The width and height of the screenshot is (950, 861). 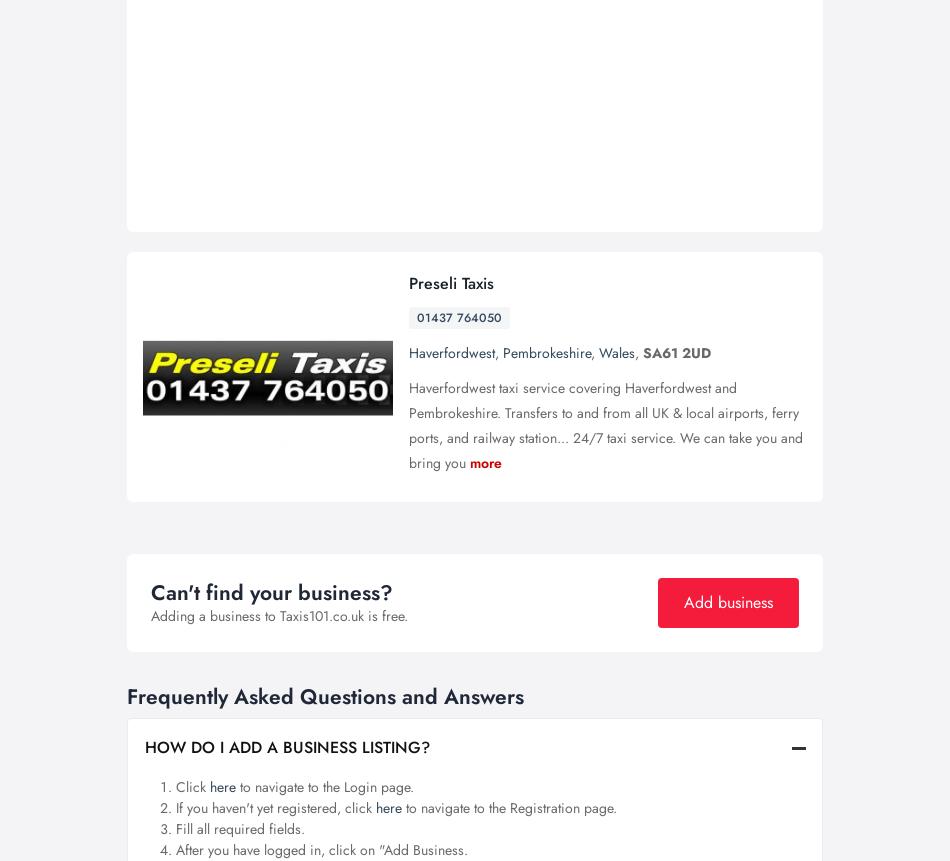 I want to click on 'Register', so click(x=630, y=27).